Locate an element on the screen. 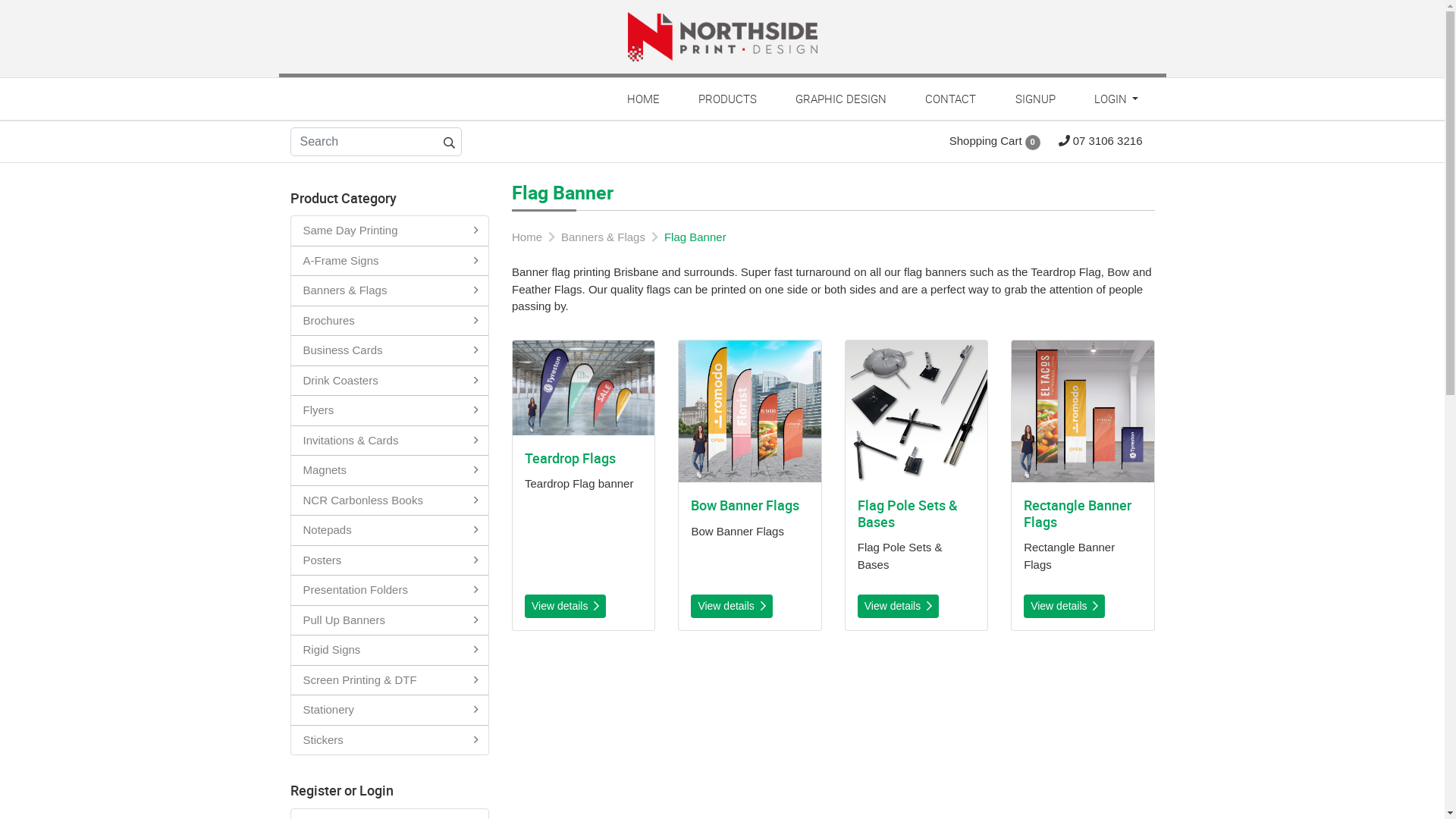 This screenshot has width=1456, height=819. 'Invitations & Cards' is located at coordinates (390, 441).